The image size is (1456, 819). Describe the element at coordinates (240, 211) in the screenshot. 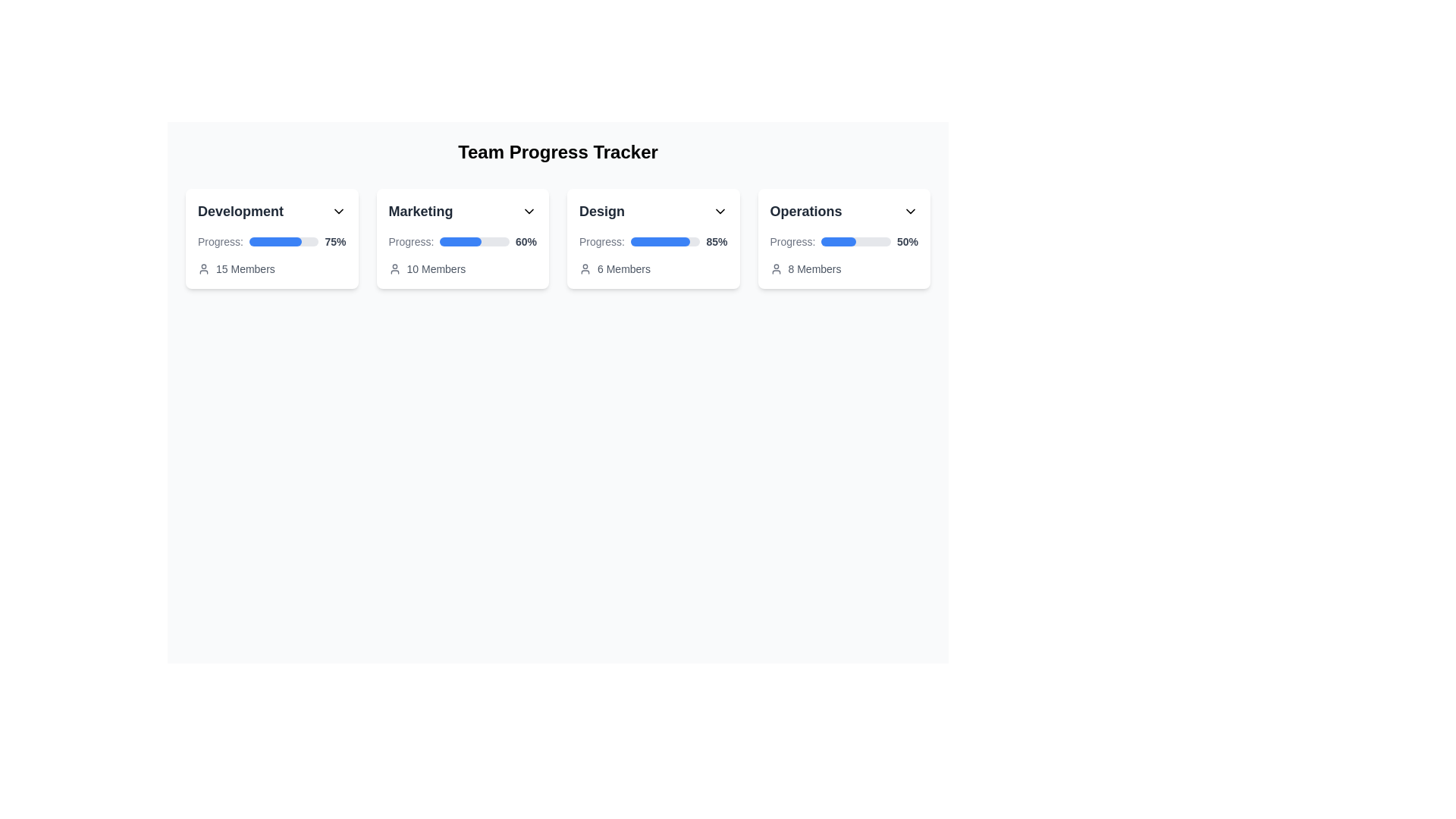

I see `the text label displaying 'Development' in bold, large font at the top left of the first card` at that location.